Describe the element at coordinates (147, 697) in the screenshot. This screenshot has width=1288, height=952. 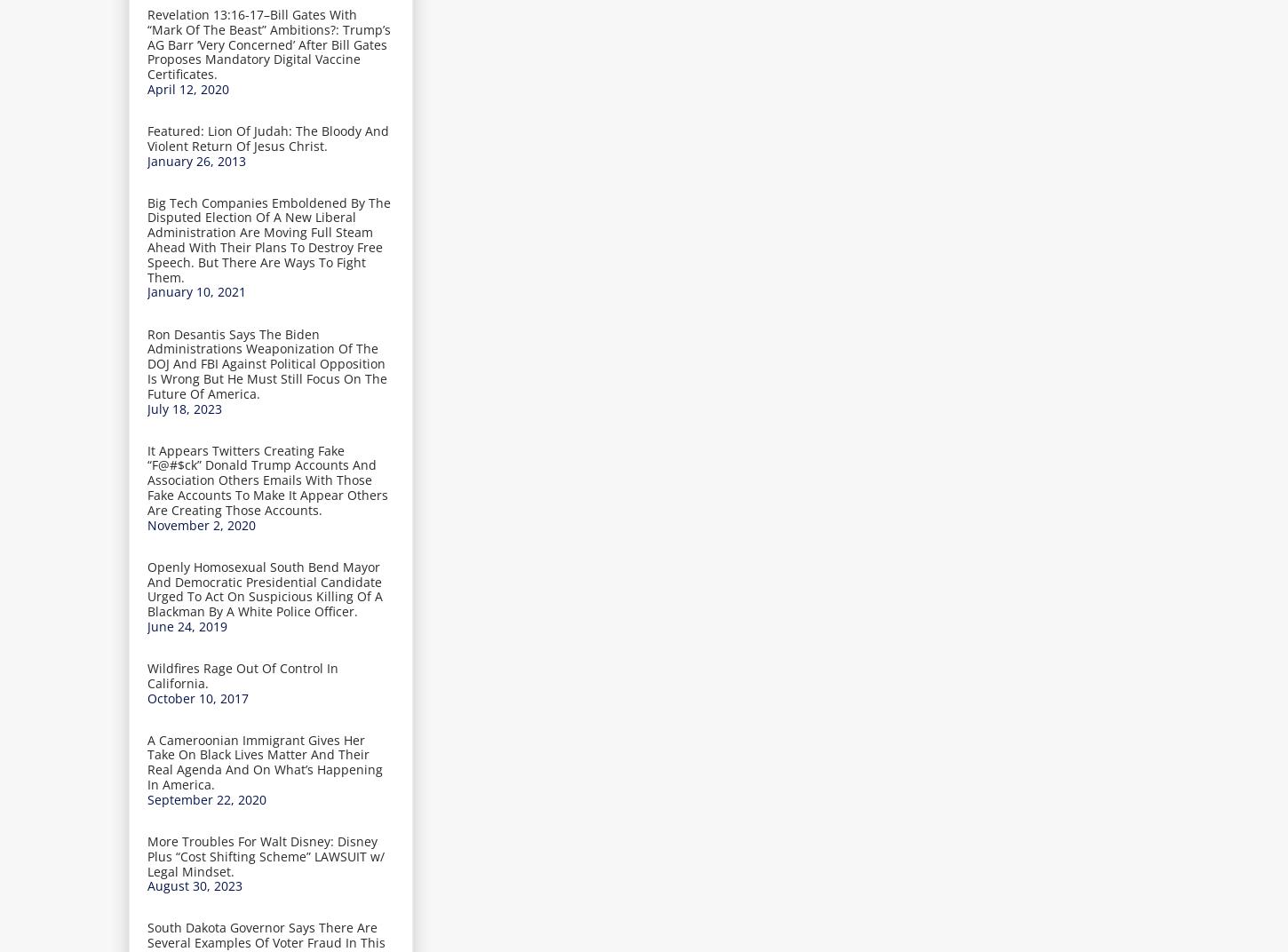
I see `'October 10, 2017'` at that location.